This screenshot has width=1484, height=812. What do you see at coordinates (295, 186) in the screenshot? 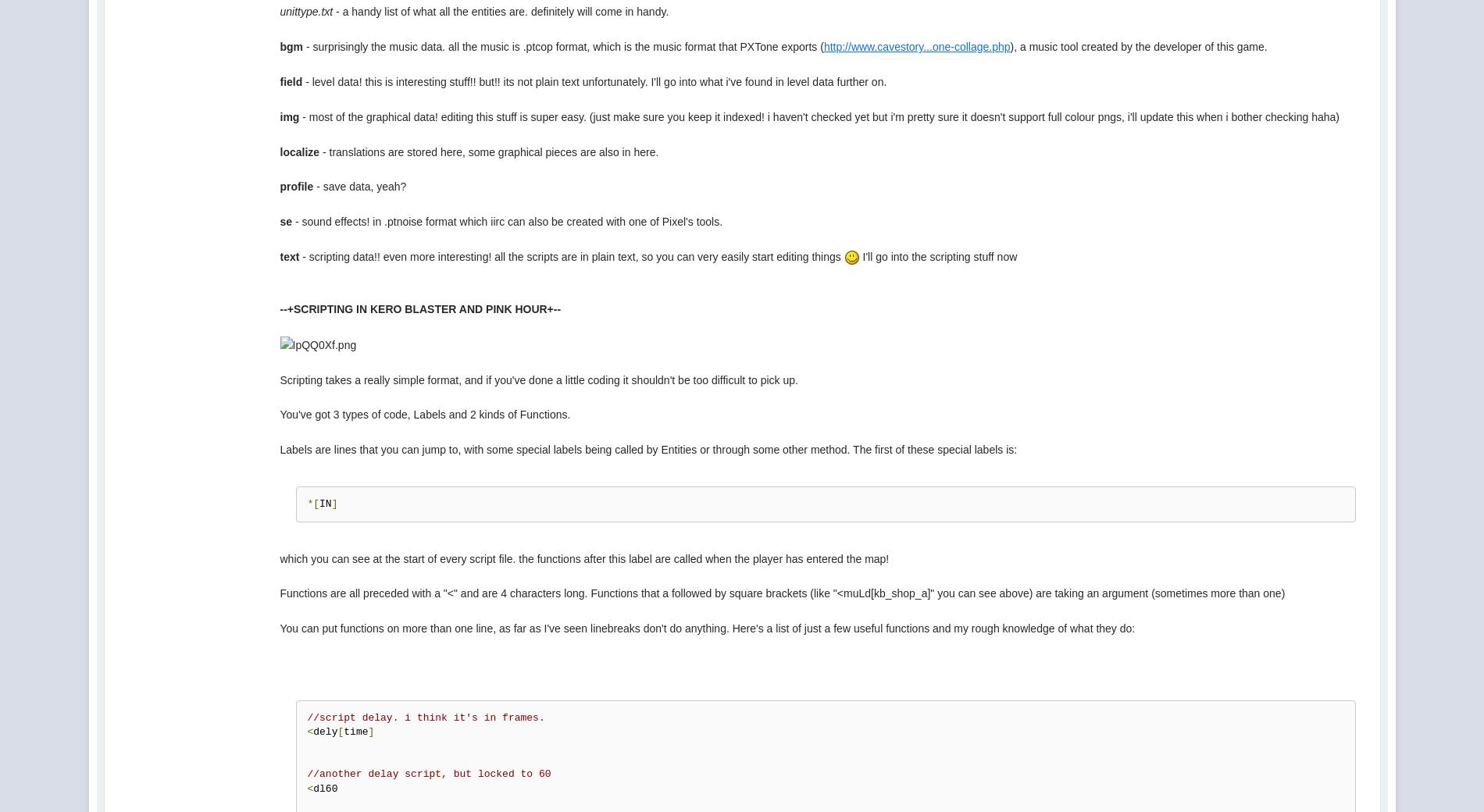
I see `'profile'` at bounding box center [295, 186].